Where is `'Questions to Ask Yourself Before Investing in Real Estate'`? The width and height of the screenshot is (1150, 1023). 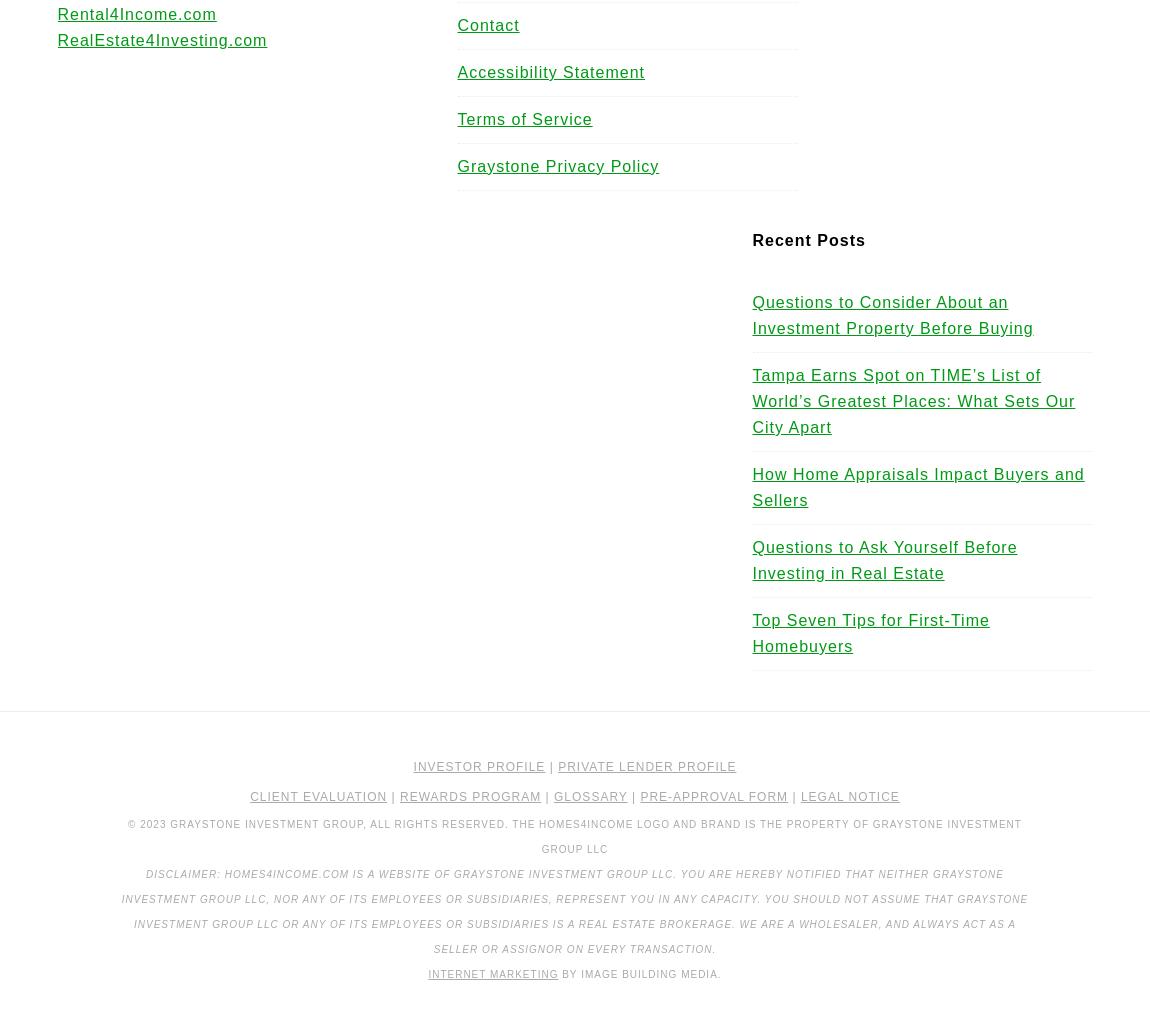 'Questions to Ask Yourself Before Investing in Real Estate' is located at coordinates (750, 560).